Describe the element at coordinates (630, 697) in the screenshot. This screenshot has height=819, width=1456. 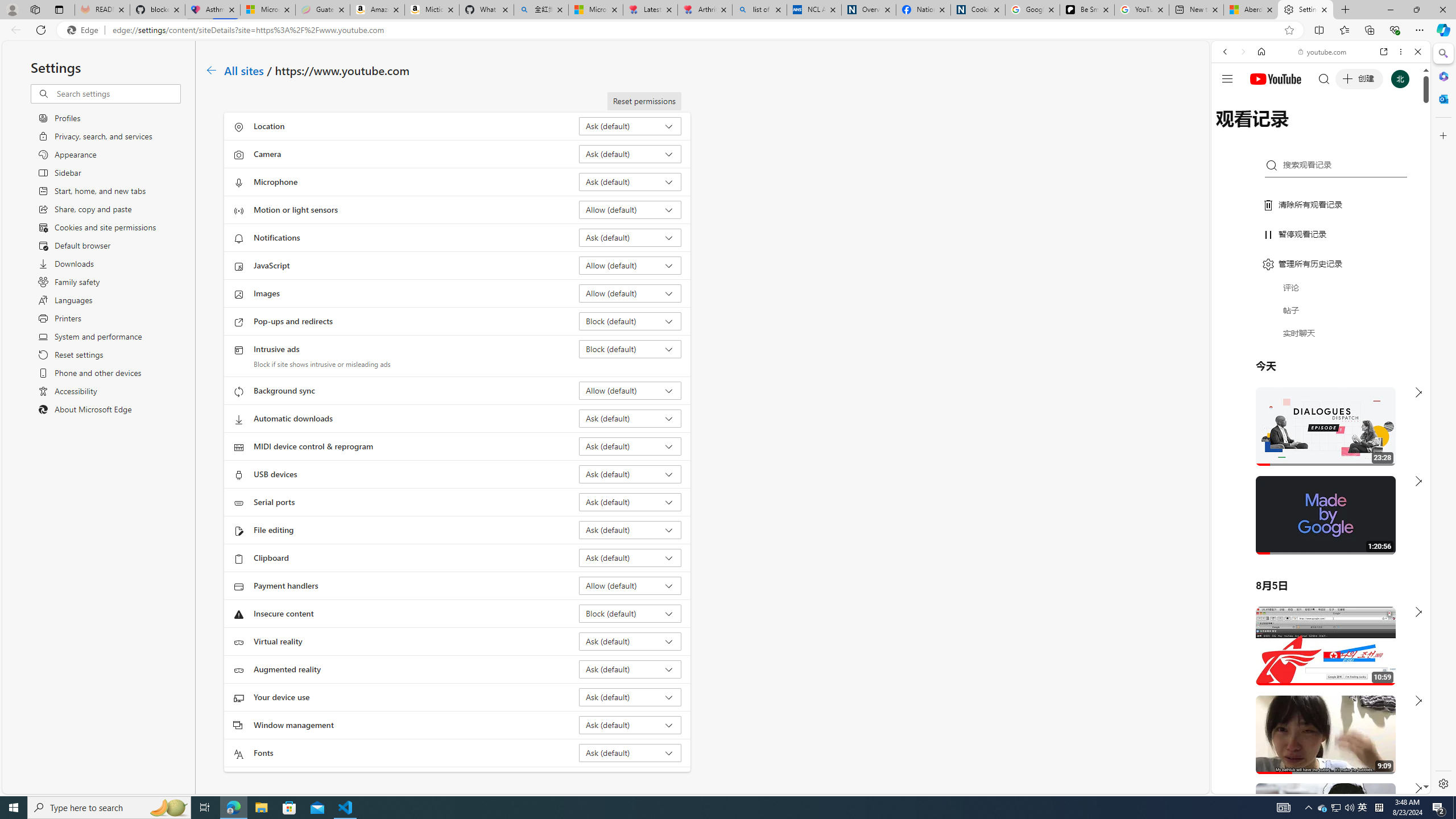
I see `'Your device use Ask (default)'` at that location.